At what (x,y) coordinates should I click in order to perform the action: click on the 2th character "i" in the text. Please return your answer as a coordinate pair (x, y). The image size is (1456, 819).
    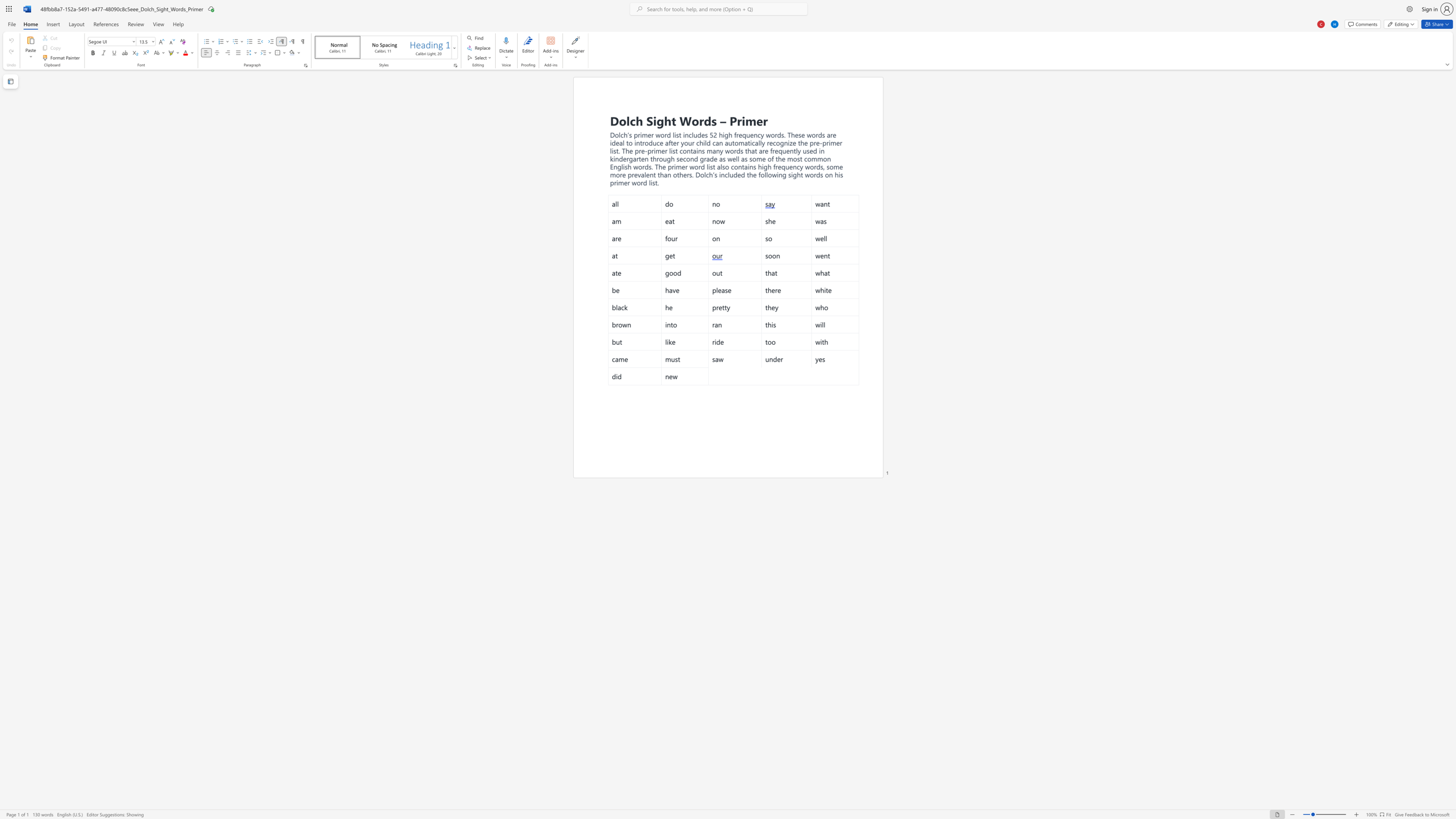
    Looking at the image, I should click on (777, 174).